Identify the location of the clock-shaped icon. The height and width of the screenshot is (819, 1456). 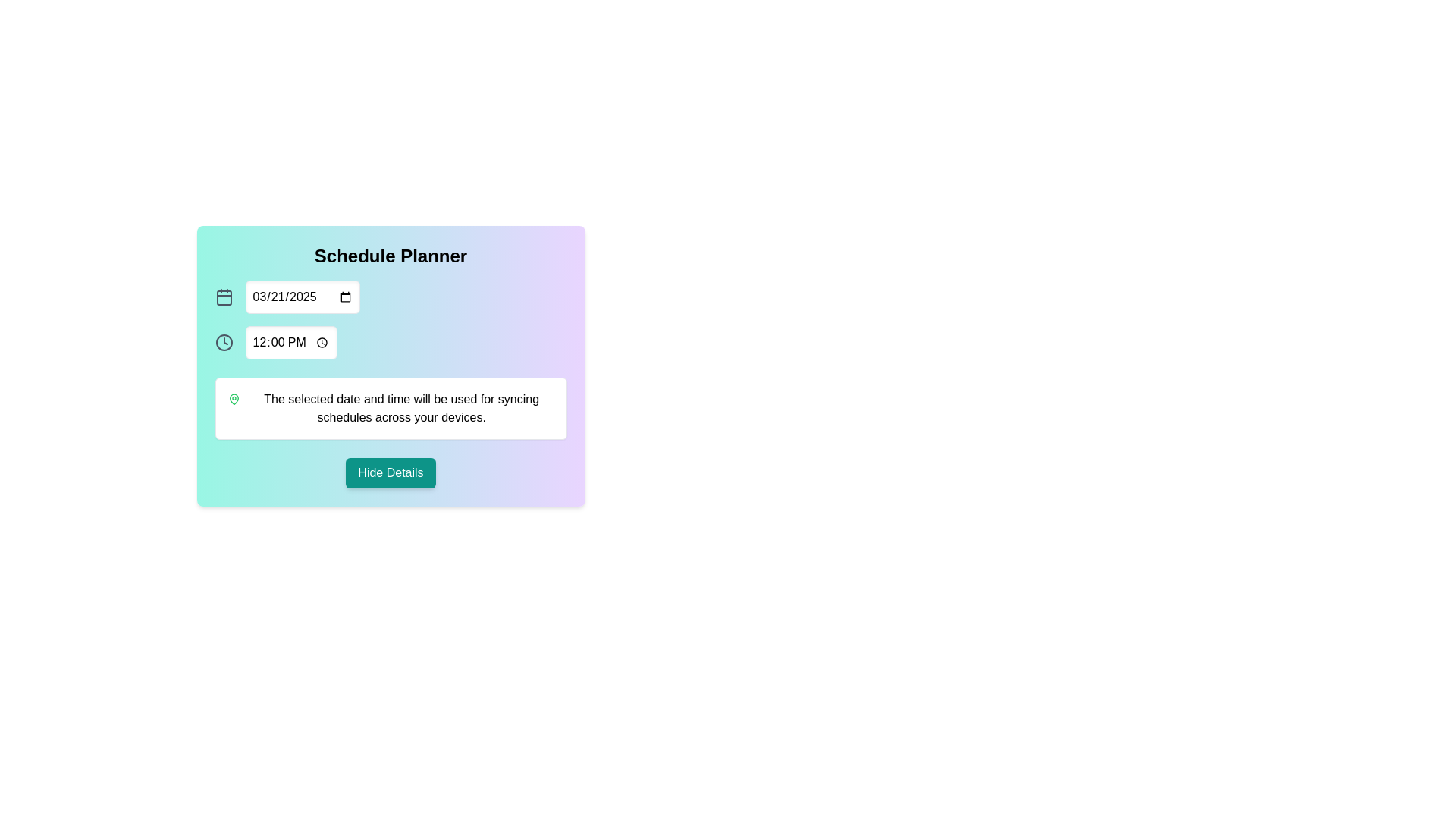
(223, 342).